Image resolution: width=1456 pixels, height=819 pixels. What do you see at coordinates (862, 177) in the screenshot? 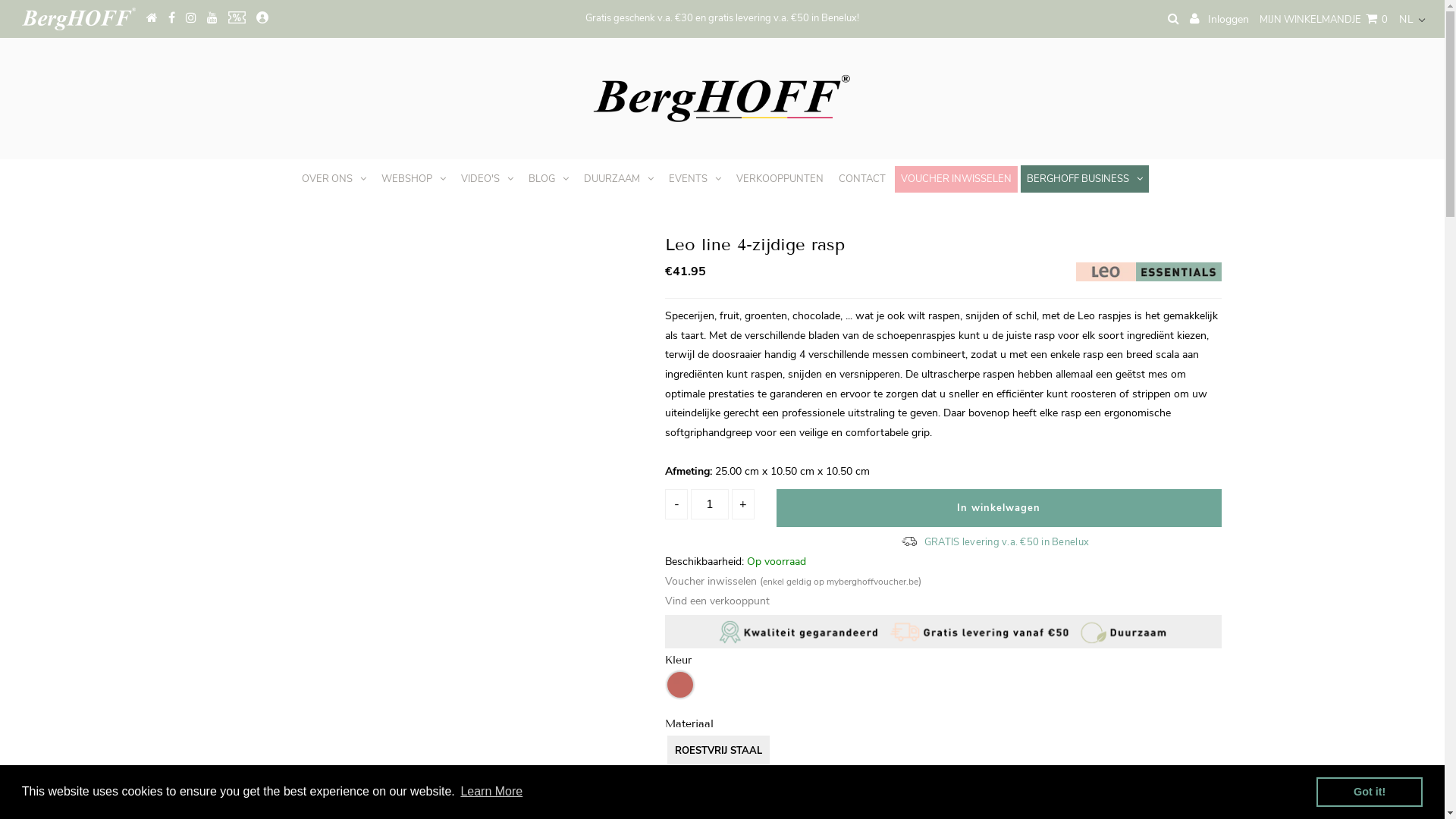
I see `'CONTACT'` at bounding box center [862, 177].